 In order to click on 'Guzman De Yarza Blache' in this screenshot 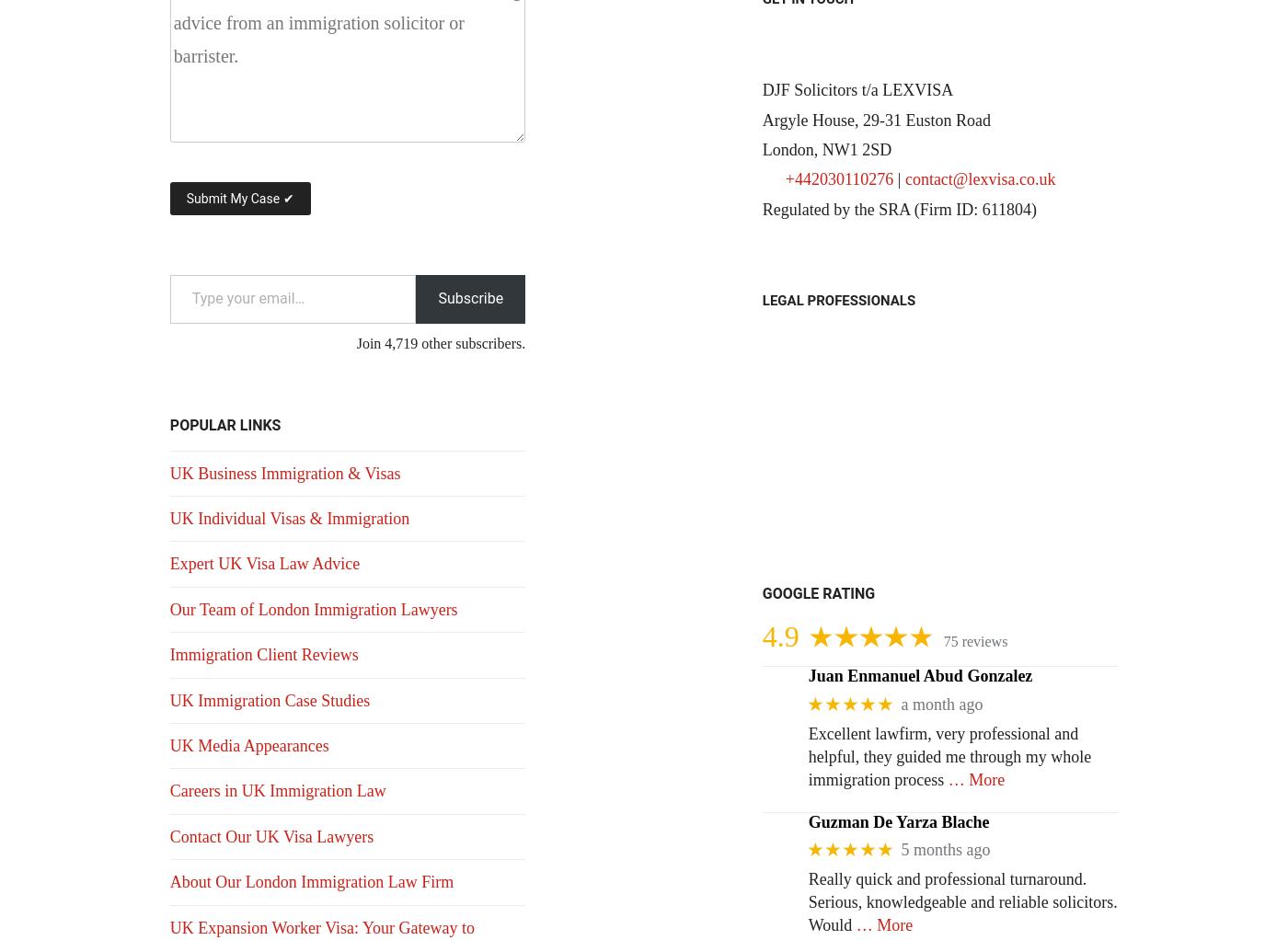, I will do `click(807, 820)`.